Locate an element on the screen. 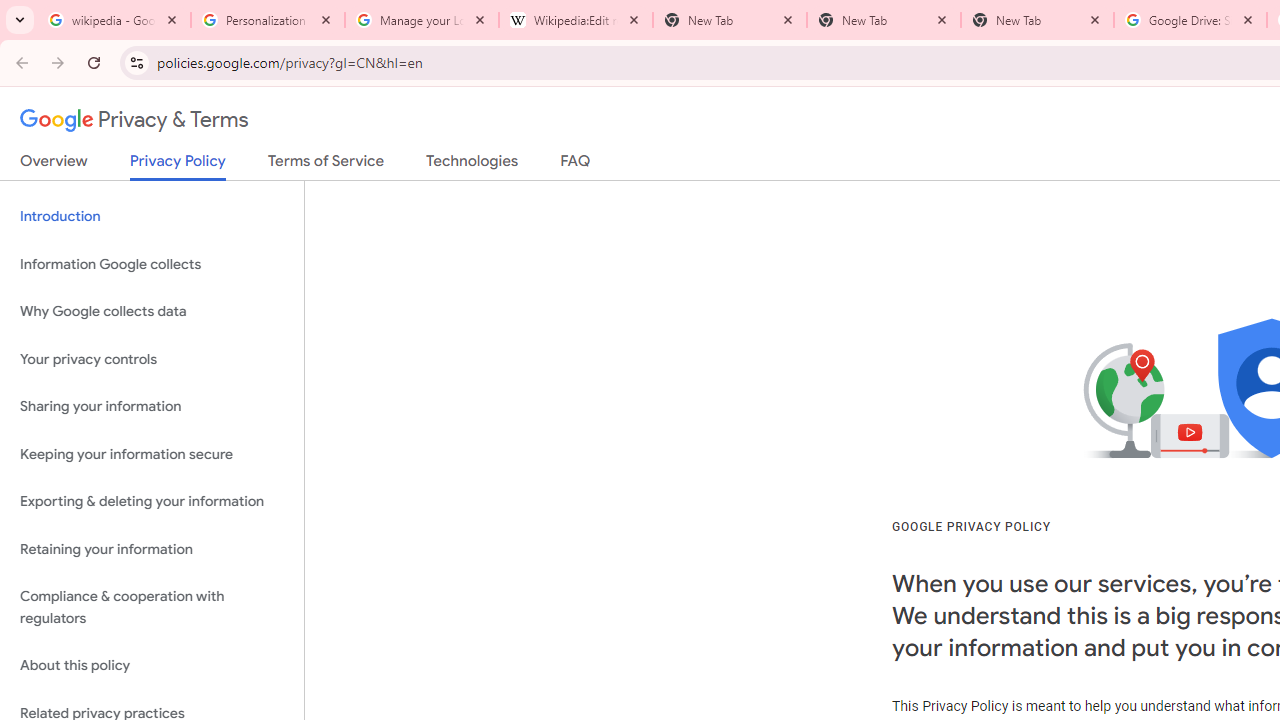 This screenshot has height=720, width=1280. 'Manage your Location History - Google Search Help' is located at coordinates (420, 20).